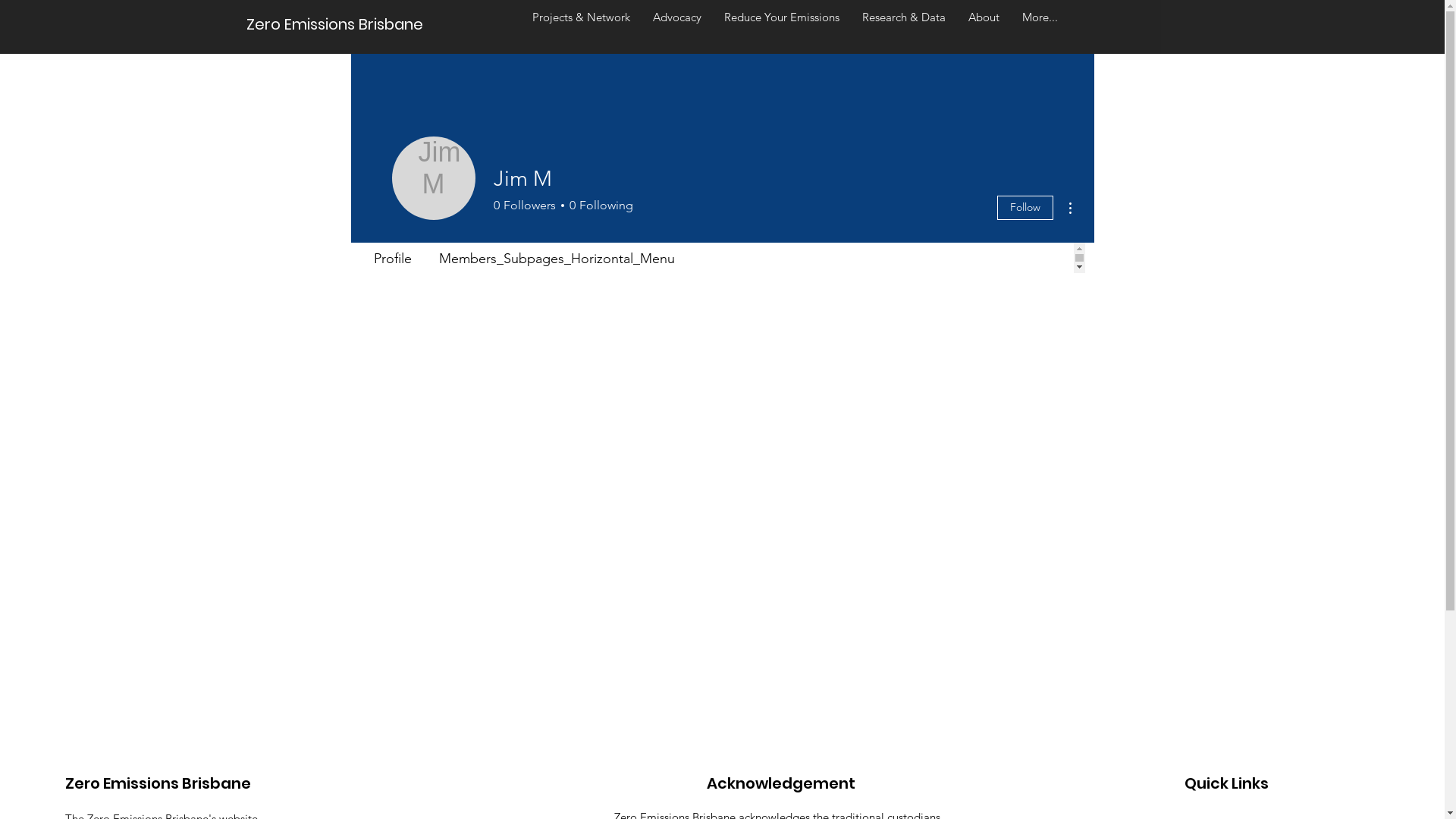 The image size is (1456, 819). Describe the element at coordinates (984, 24) in the screenshot. I see `'About'` at that location.